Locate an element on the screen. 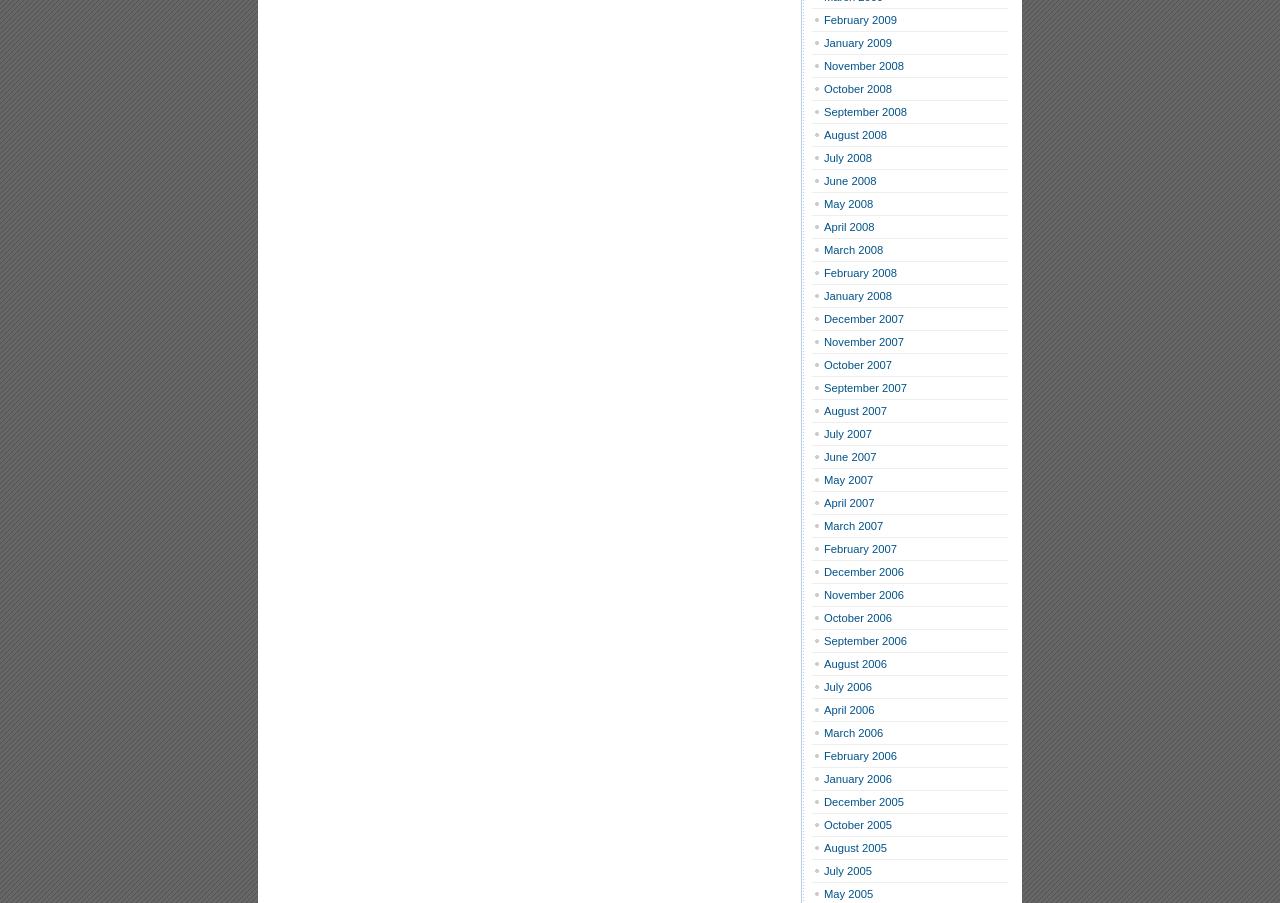 This screenshot has width=1280, height=903. 'February 2009' is located at coordinates (824, 18).